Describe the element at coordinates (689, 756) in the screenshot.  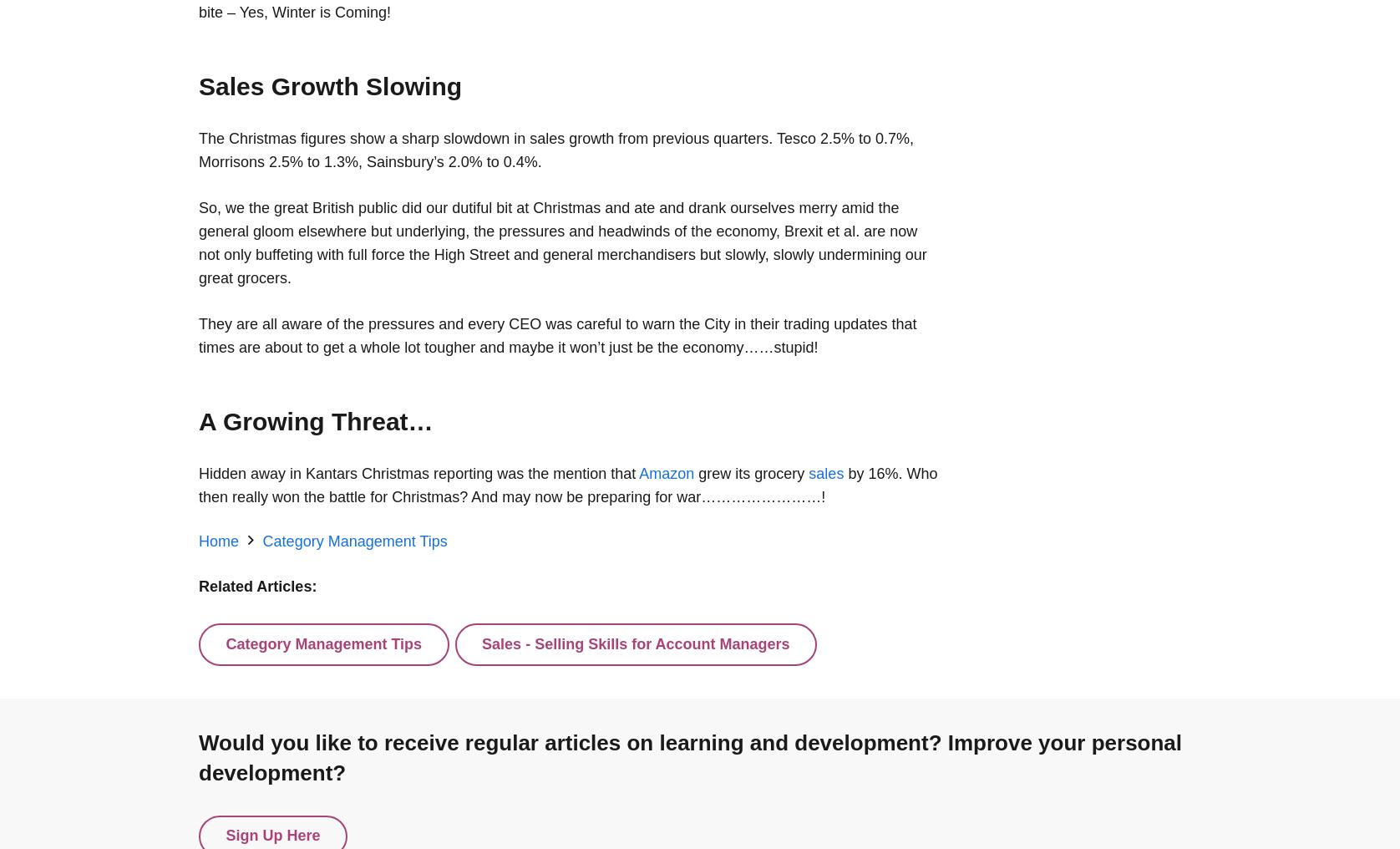
I see `'Would you like to receive regular articles on learning and development? Improve your personal development?'` at that location.